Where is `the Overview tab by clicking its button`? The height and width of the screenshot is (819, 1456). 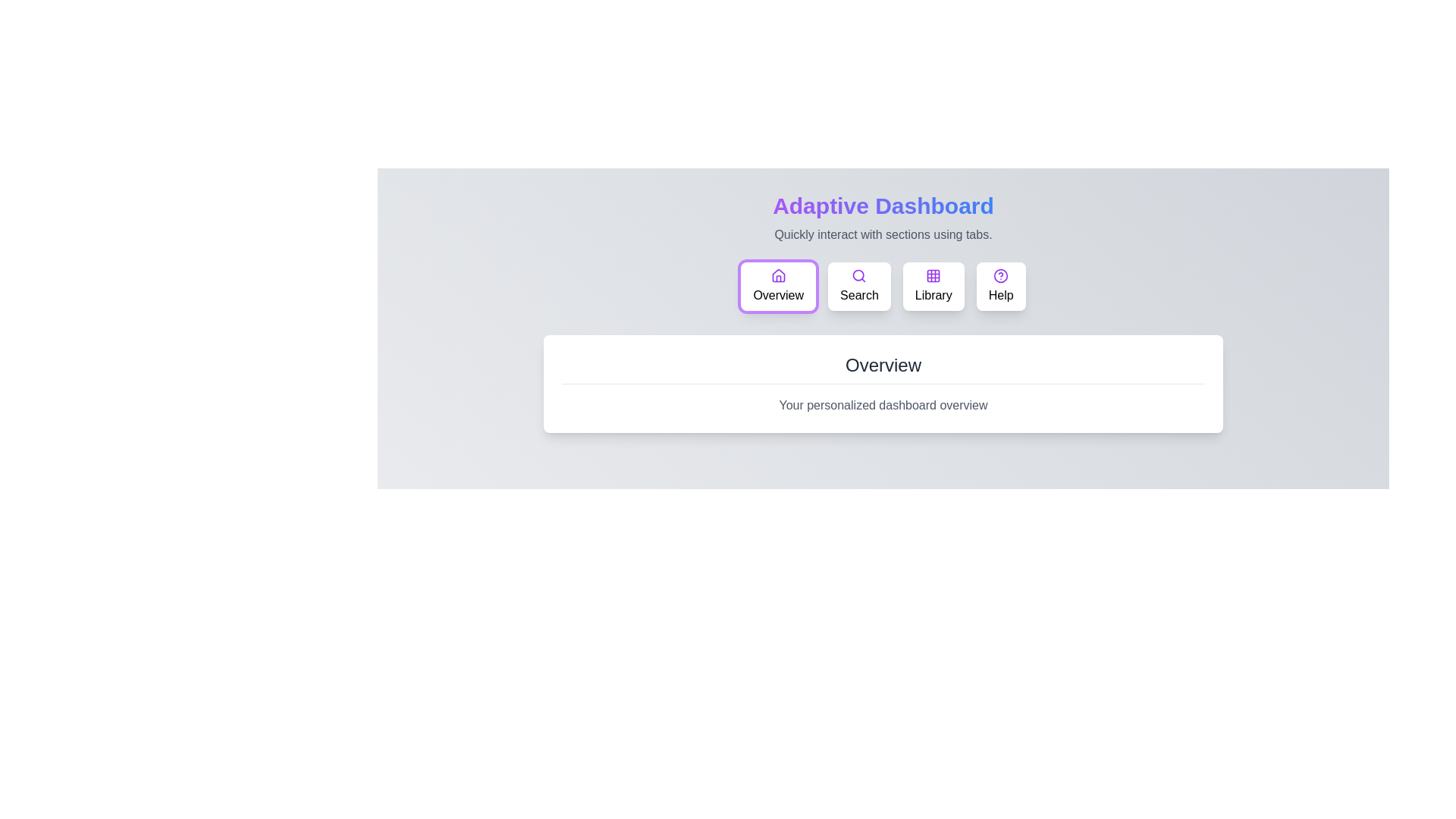
the Overview tab by clicking its button is located at coordinates (778, 287).